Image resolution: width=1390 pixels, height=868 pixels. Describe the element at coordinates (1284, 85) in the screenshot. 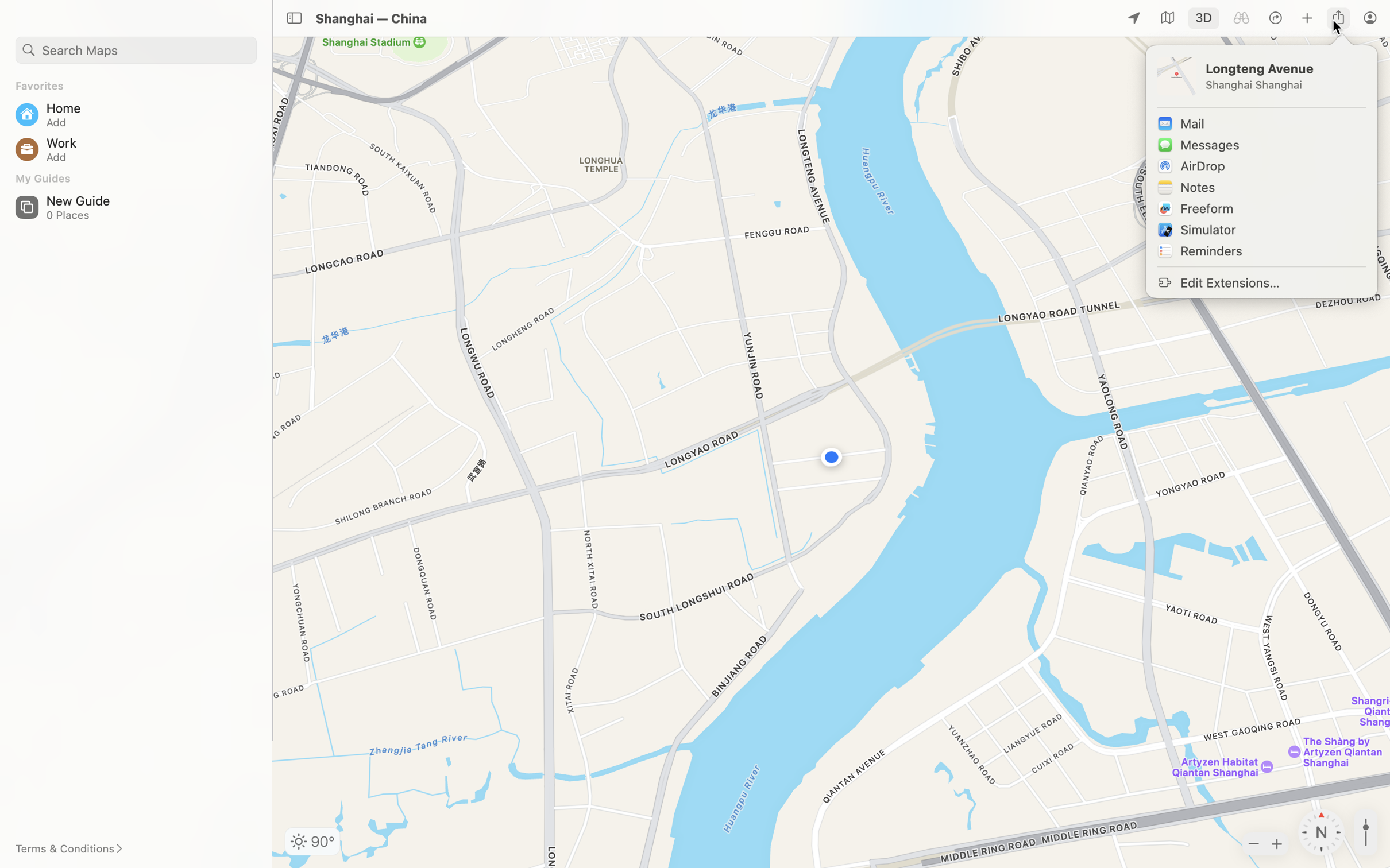

I see `'Shanghai Shanghai'` at that location.